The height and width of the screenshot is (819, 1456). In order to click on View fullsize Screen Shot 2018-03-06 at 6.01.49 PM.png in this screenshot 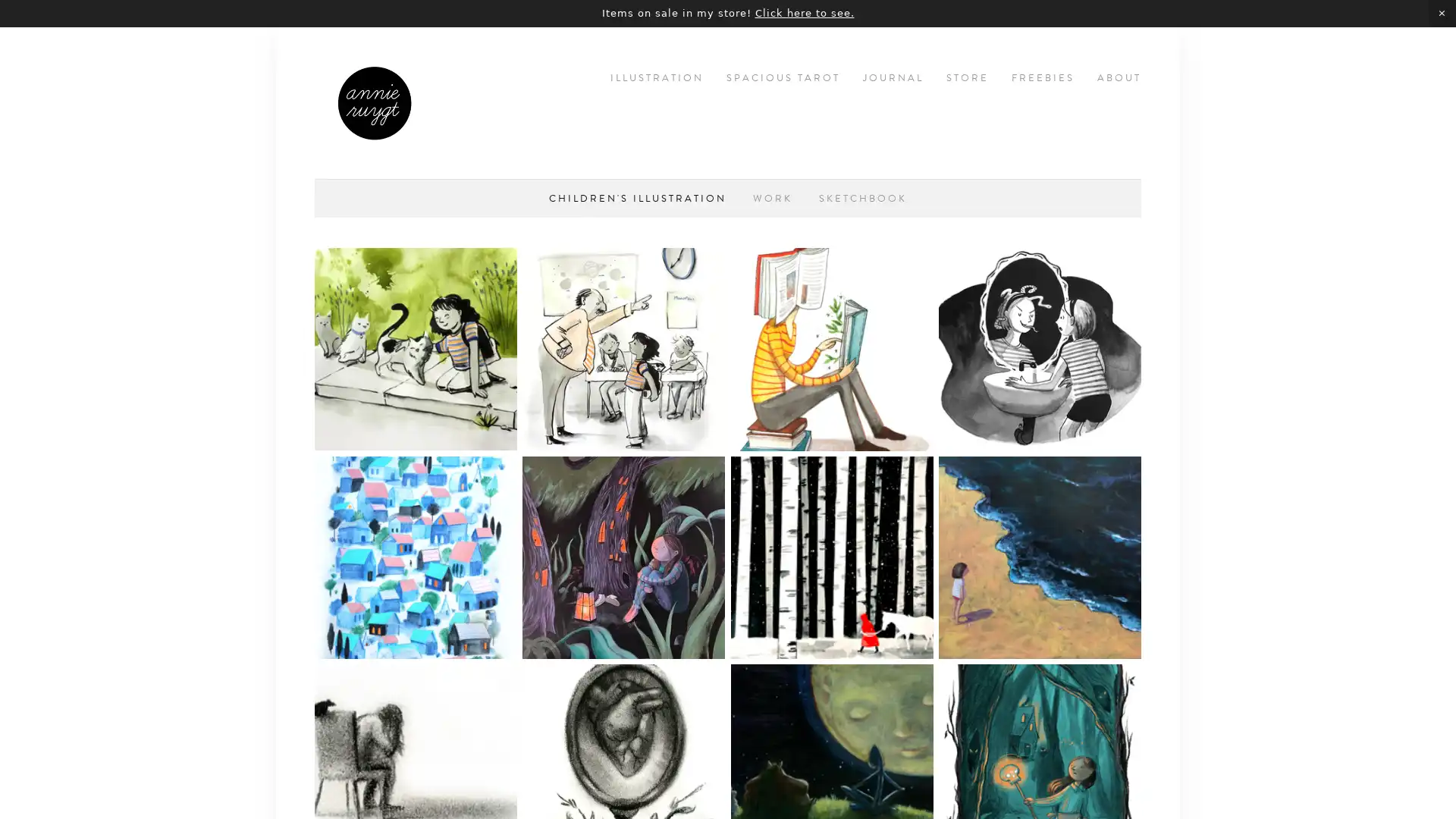, I will do `click(1039, 557)`.